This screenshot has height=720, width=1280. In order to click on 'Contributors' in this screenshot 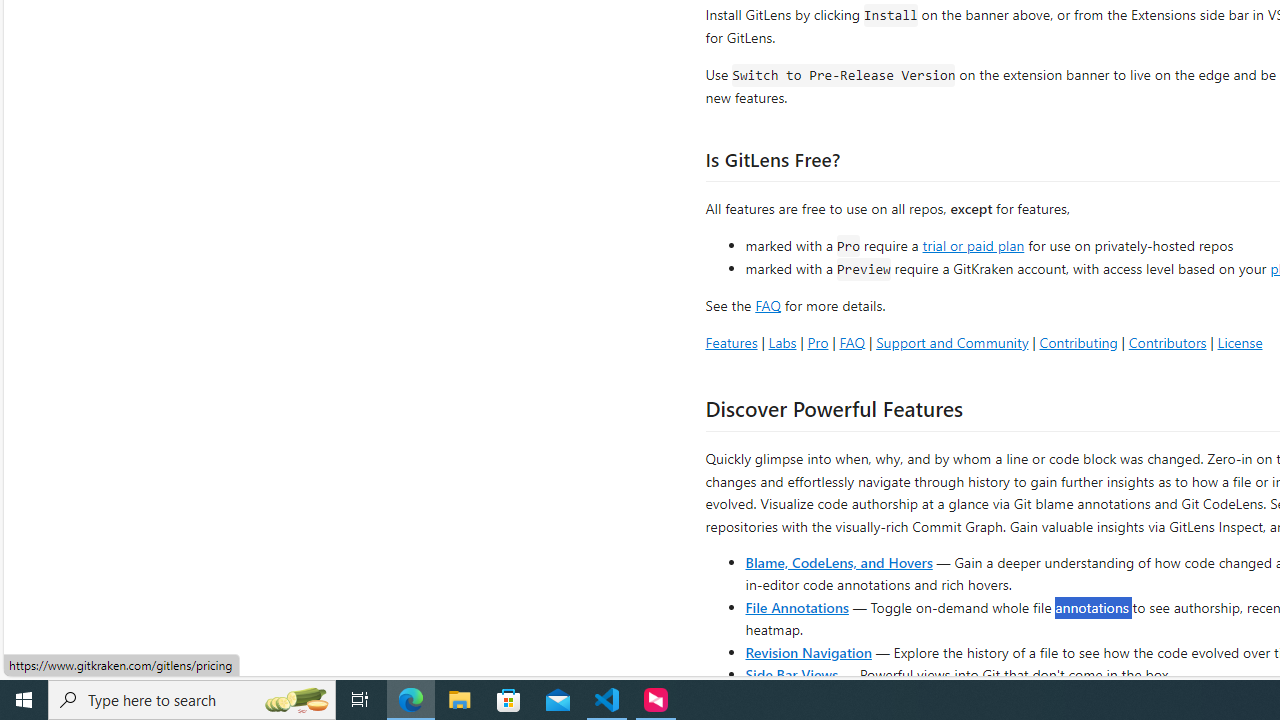, I will do `click(1167, 341)`.